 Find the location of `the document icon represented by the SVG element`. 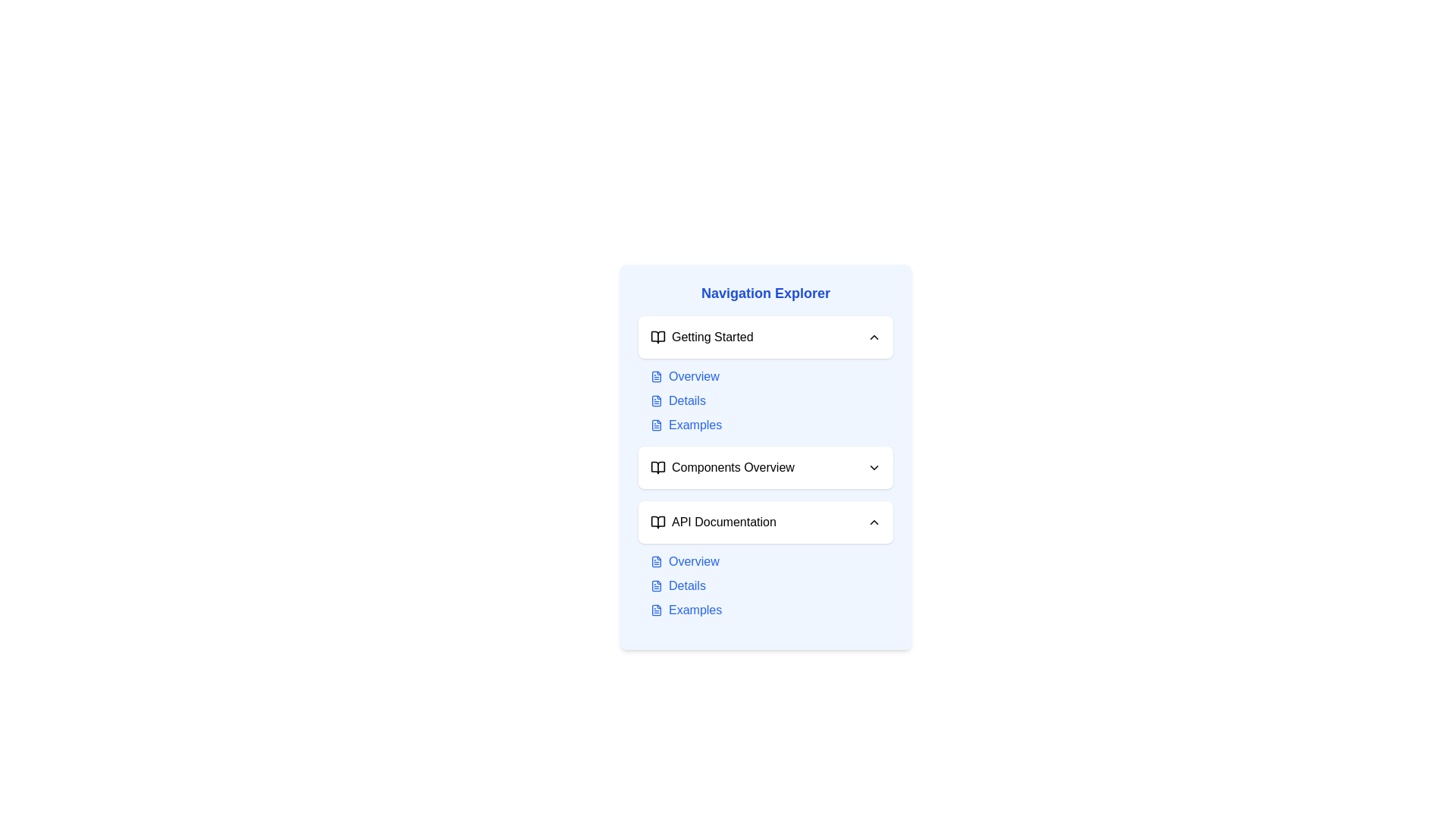

the document icon represented by the SVG element is located at coordinates (656, 400).